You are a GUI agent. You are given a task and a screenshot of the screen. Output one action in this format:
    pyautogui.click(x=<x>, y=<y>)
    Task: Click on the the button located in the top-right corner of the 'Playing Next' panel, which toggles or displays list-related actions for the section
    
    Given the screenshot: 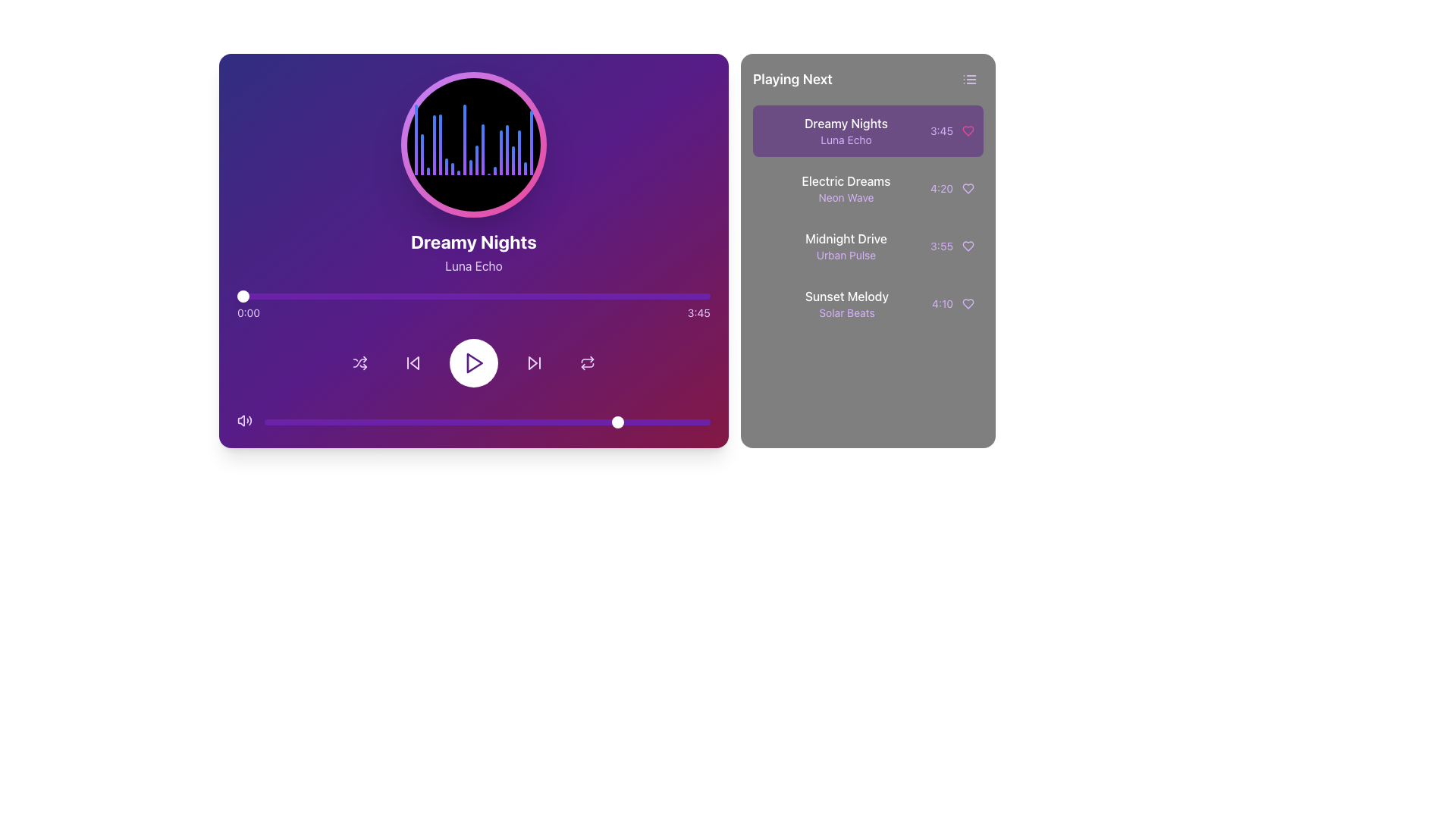 What is the action you would take?
    pyautogui.click(x=968, y=79)
    